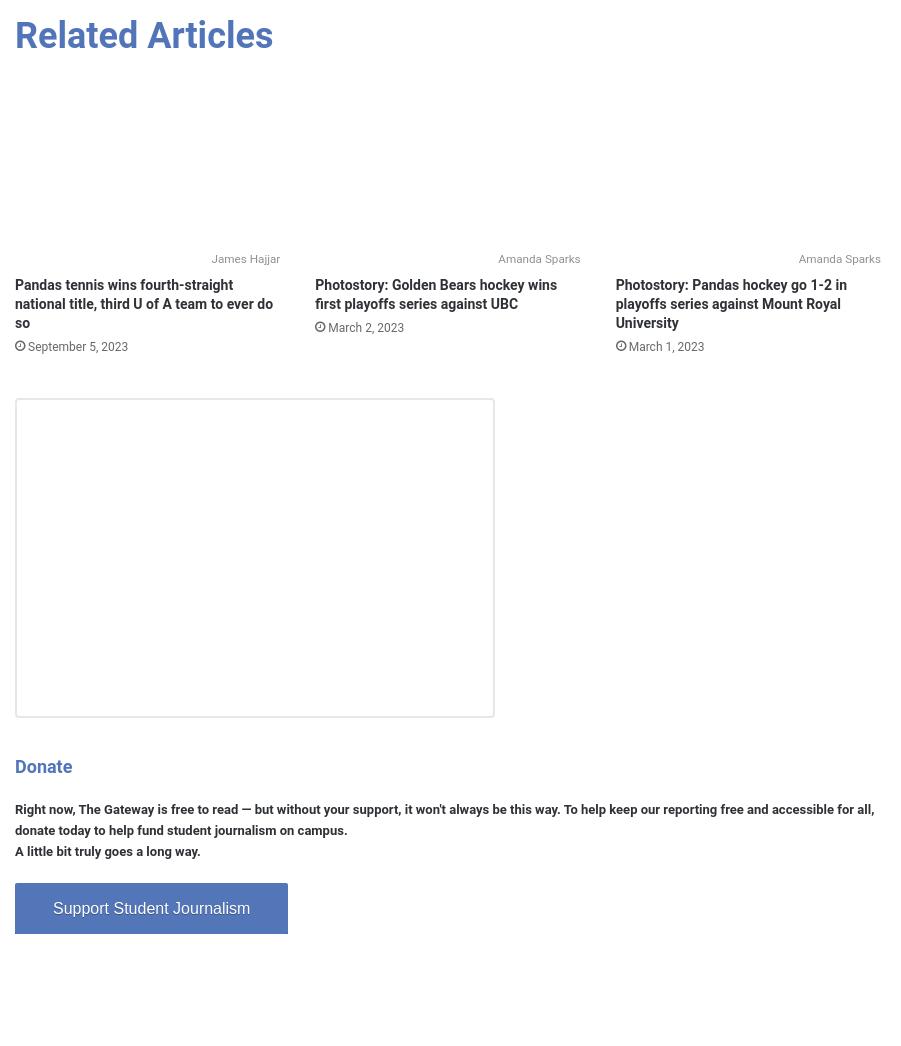 The image size is (901, 1046). What do you see at coordinates (107, 850) in the screenshot?
I see `'A little bit truly goes a long way.'` at bounding box center [107, 850].